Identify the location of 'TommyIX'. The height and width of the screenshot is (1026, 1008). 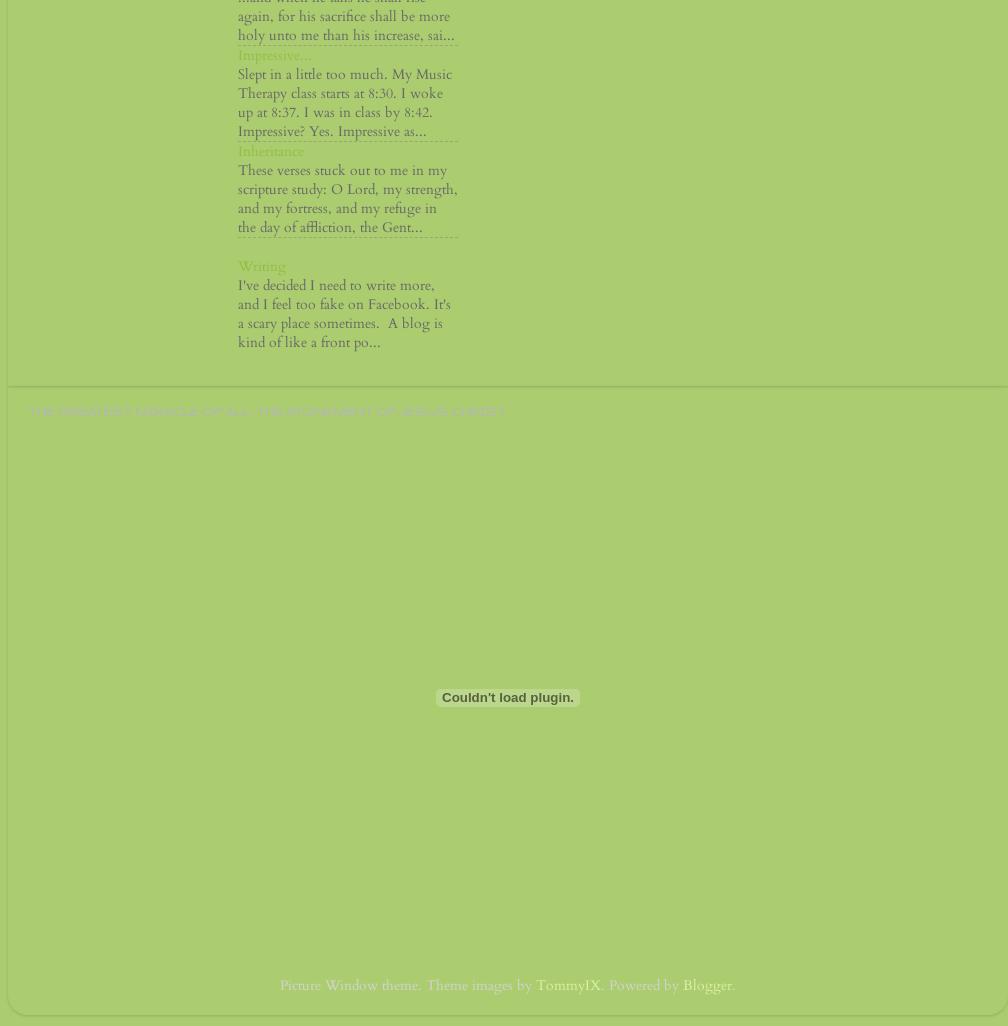
(568, 983).